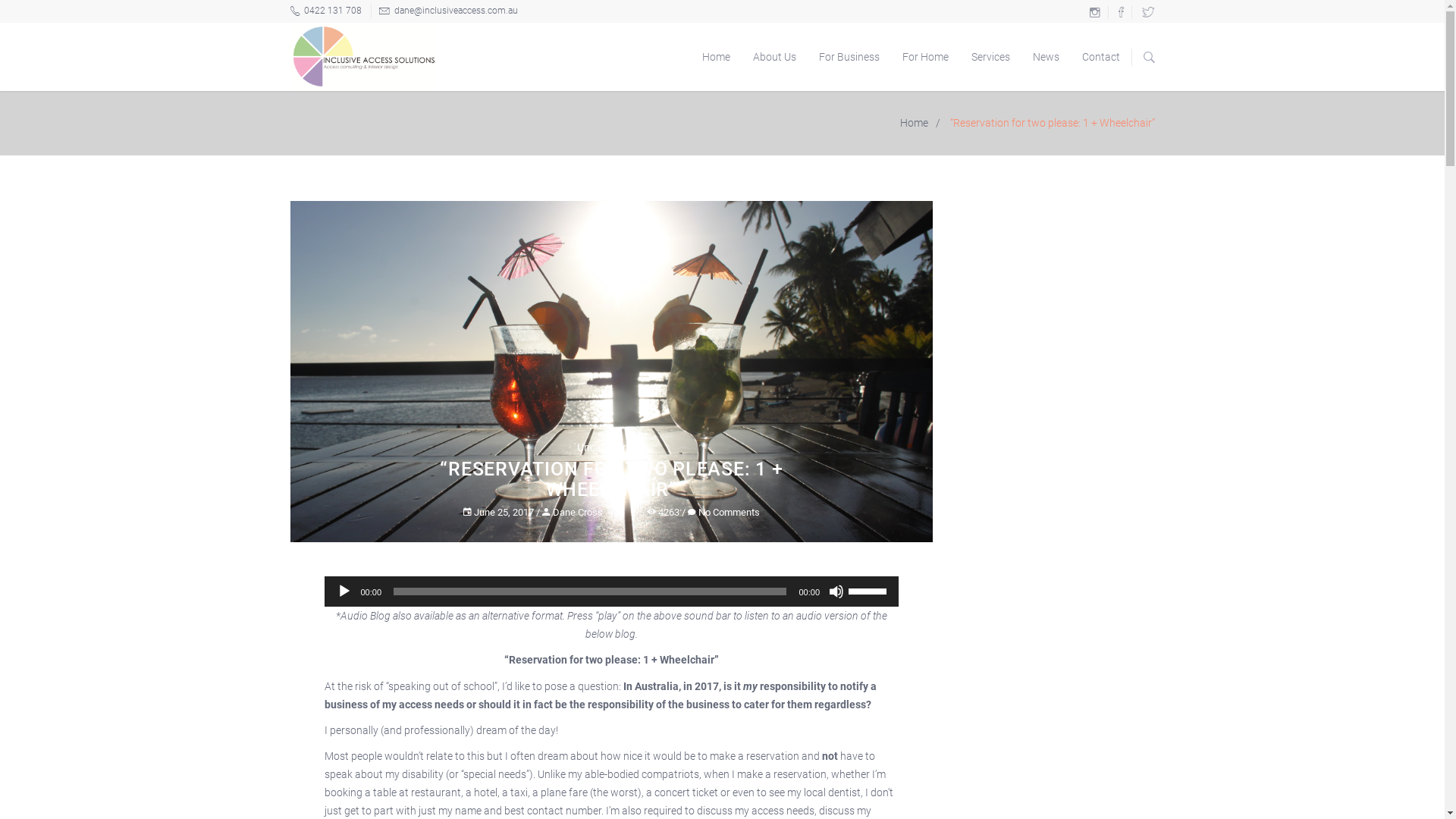 This screenshot has width=1456, height=819. I want to click on 'Home', so click(892, 122).